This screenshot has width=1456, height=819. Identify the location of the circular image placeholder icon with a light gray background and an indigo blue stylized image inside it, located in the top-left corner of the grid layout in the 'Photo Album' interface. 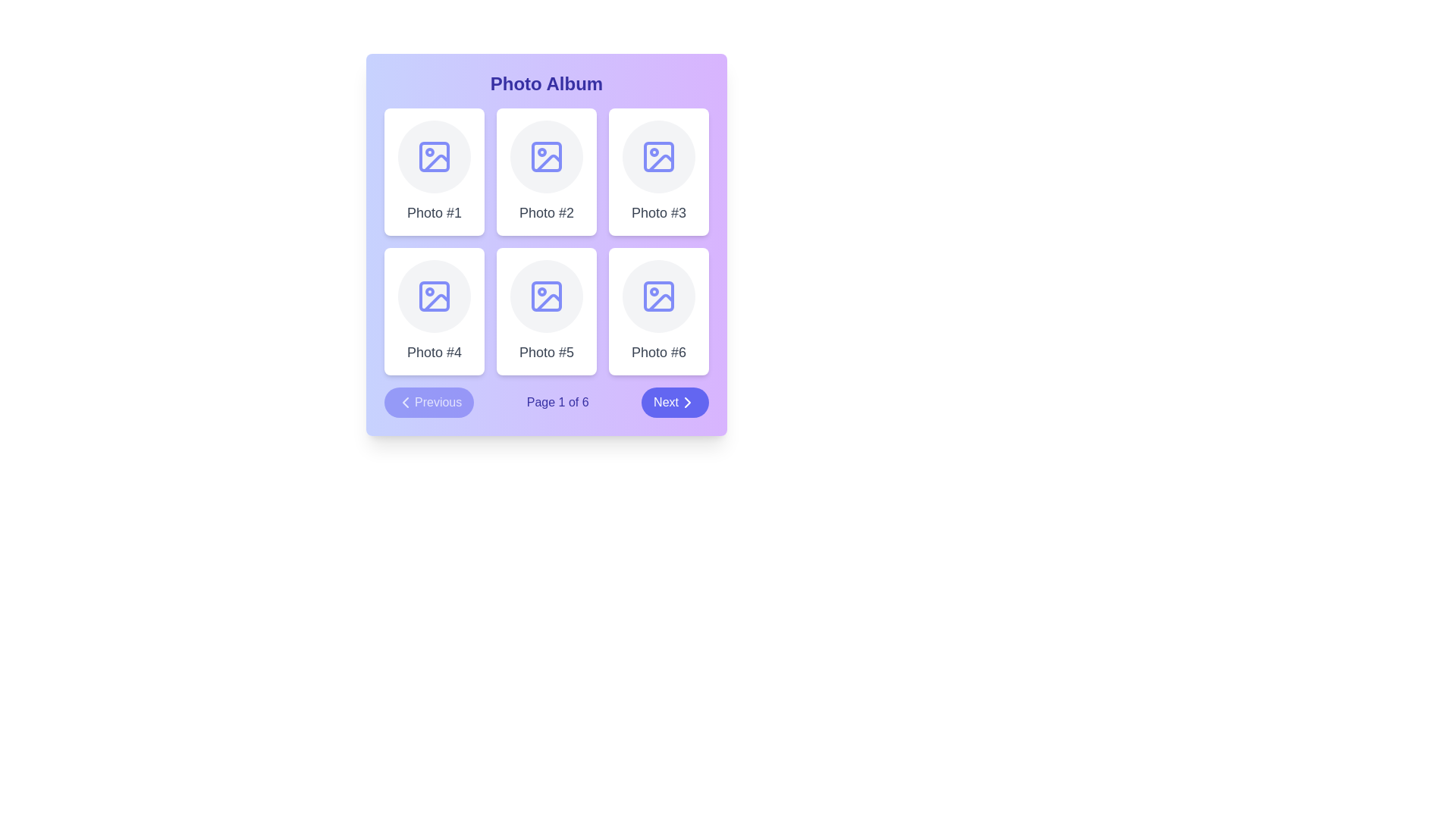
(433, 157).